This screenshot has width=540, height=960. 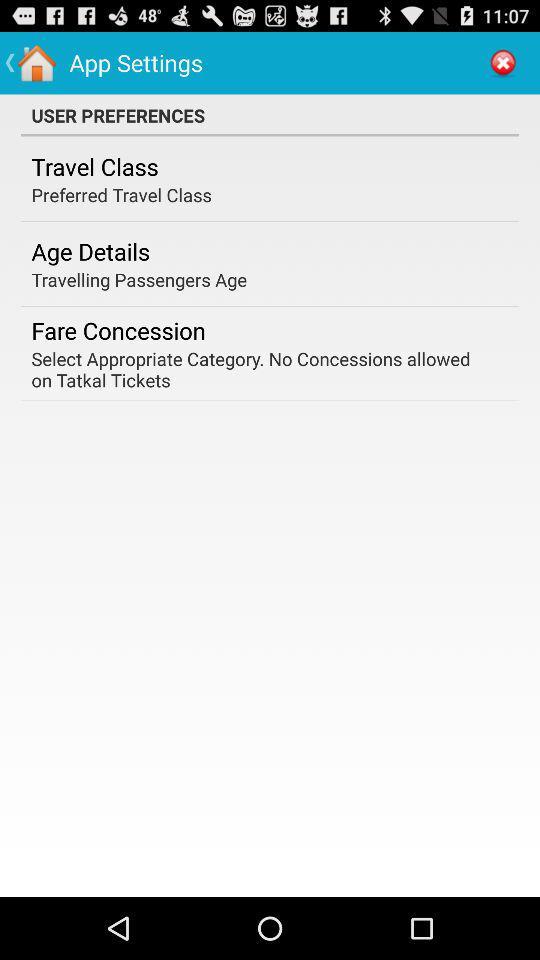 What do you see at coordinates (270, 115) in the screenshot?
I see `the item at the top` at bounding box center [270, 115].